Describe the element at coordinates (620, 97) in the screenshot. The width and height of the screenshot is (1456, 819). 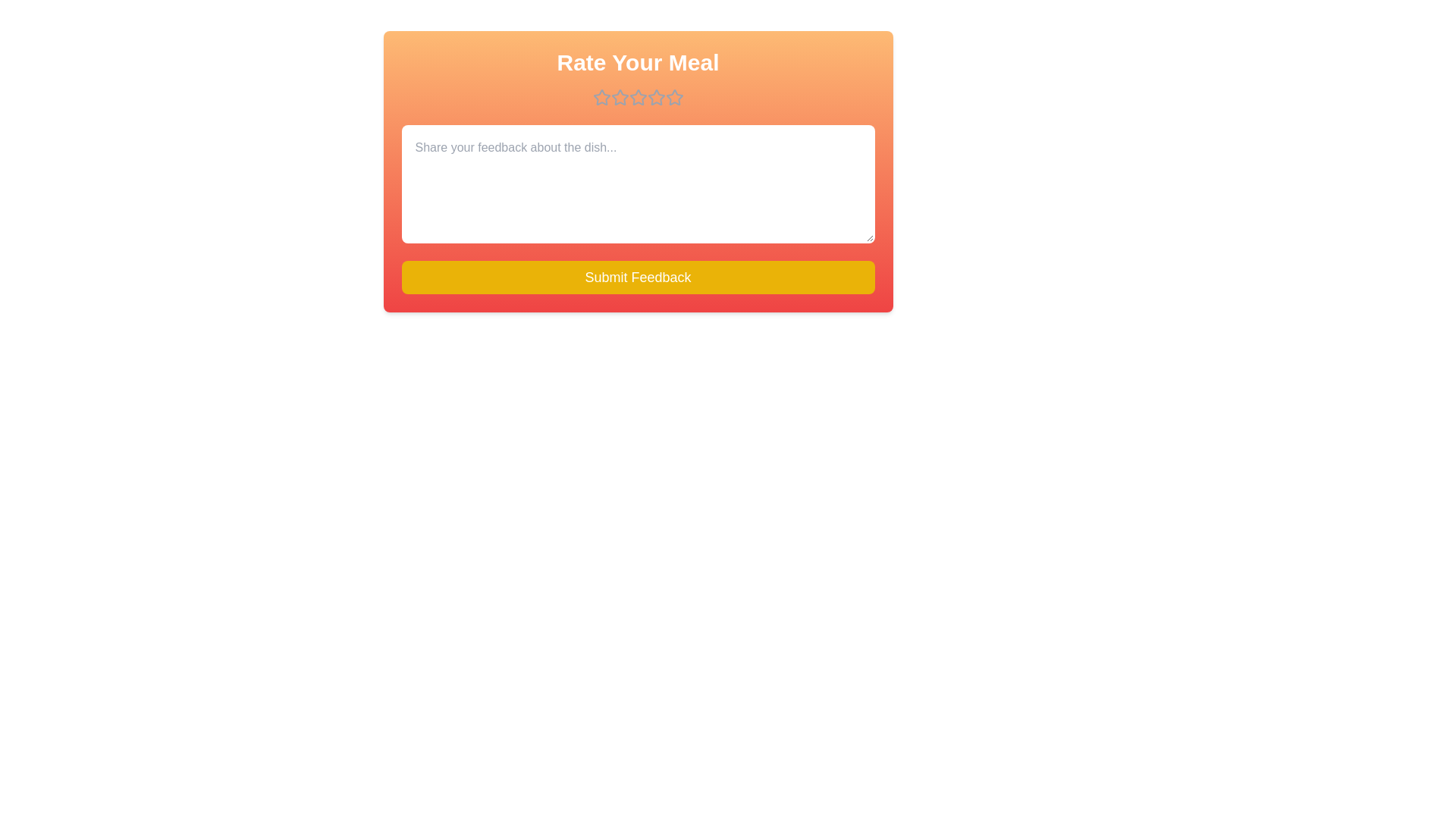
I see `the star corresponding to 2 to preview the rating` at that location.